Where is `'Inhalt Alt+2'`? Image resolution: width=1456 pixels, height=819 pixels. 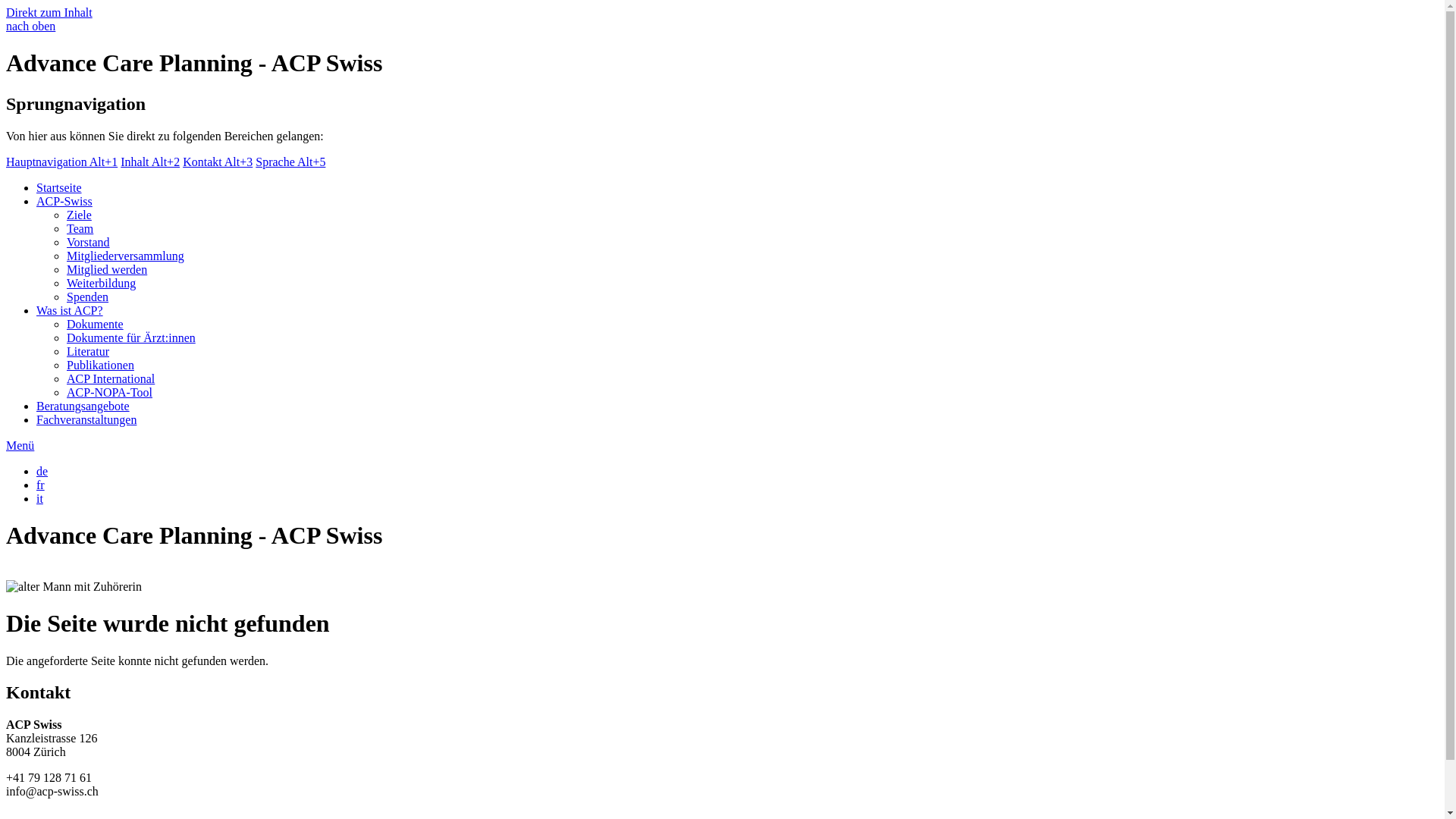 'Inhalt Alt+2' is located at coordinates (149, 162).